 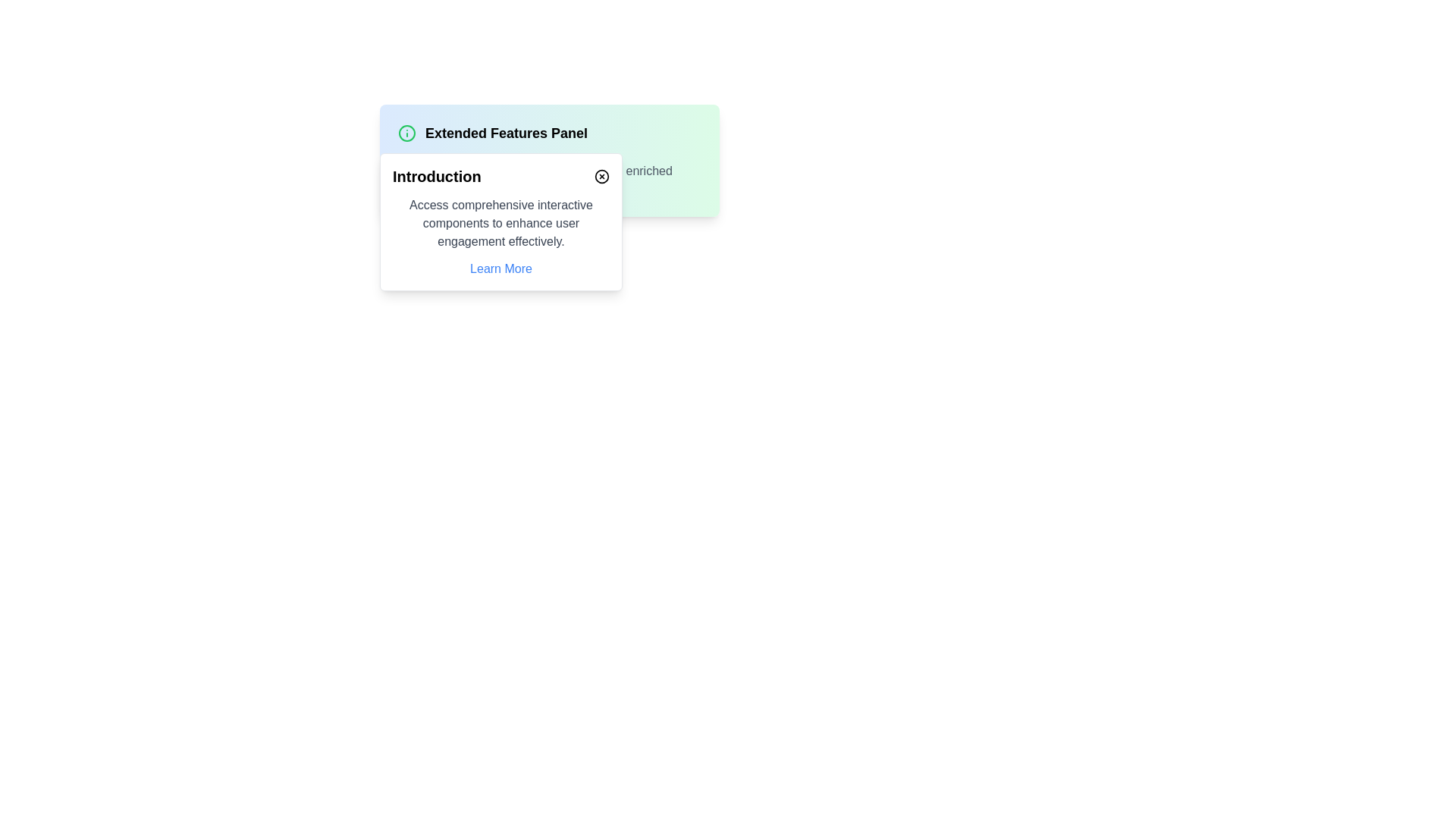 I want to click on the close button located at the right-upper corner of the 'Introduction' dialog box, so click(x=601, y=175).